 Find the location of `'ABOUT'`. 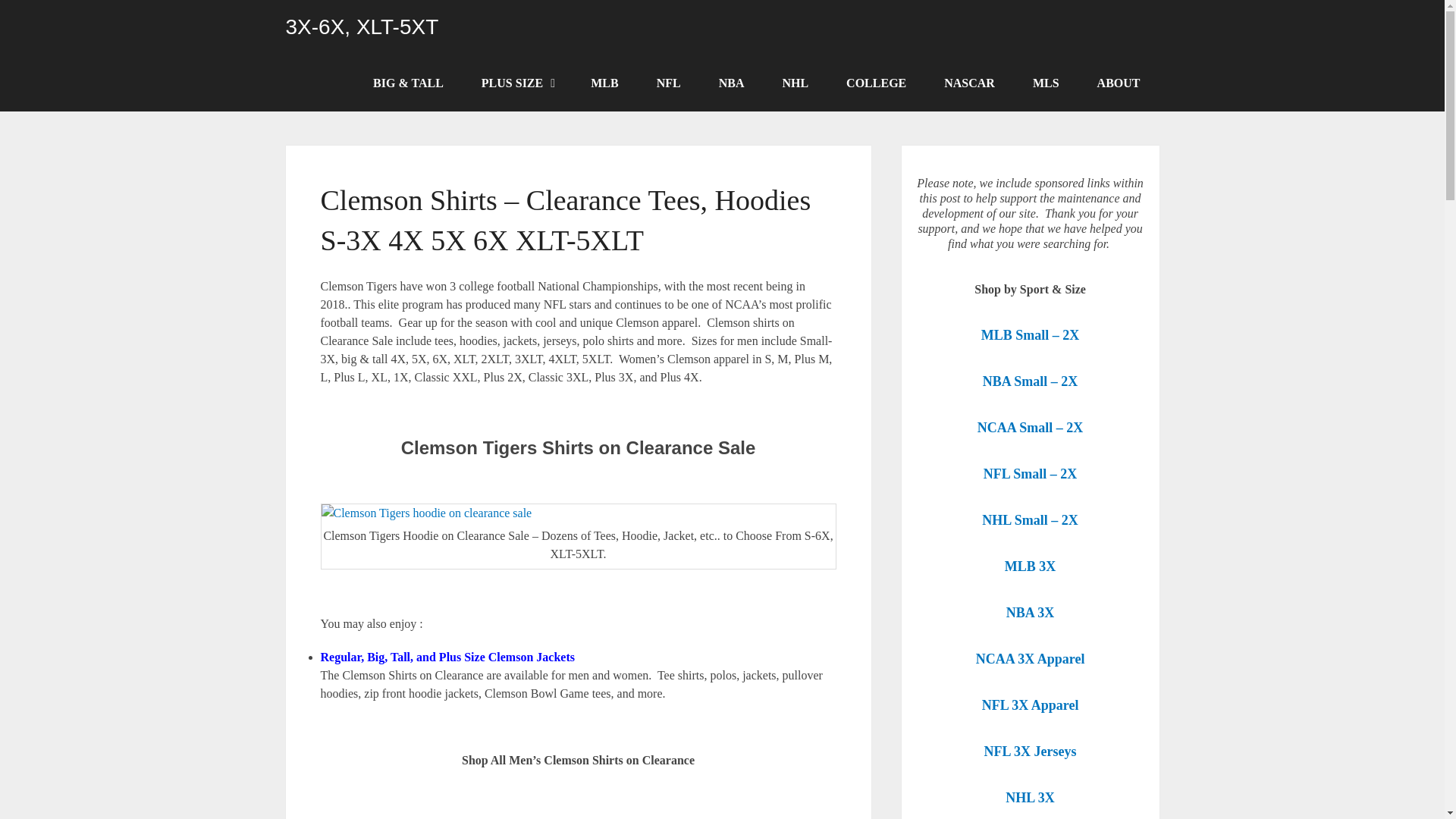

'ABOUT' is located at coordinates (1119, 83).